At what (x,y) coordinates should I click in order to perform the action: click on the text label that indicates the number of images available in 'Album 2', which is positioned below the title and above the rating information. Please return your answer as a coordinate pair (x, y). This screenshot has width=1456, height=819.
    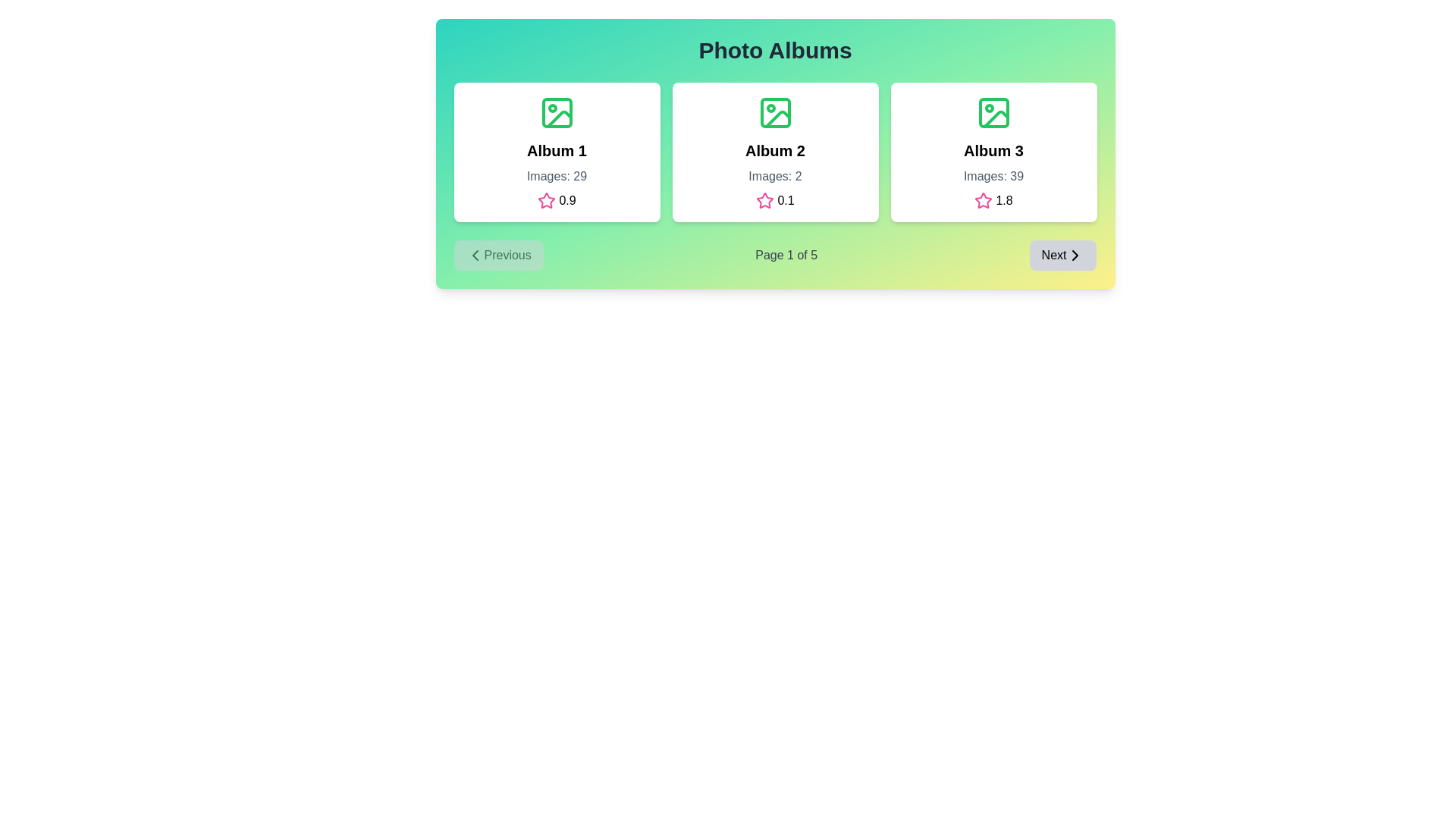
    Looking at the image, I should click on (775, 175).